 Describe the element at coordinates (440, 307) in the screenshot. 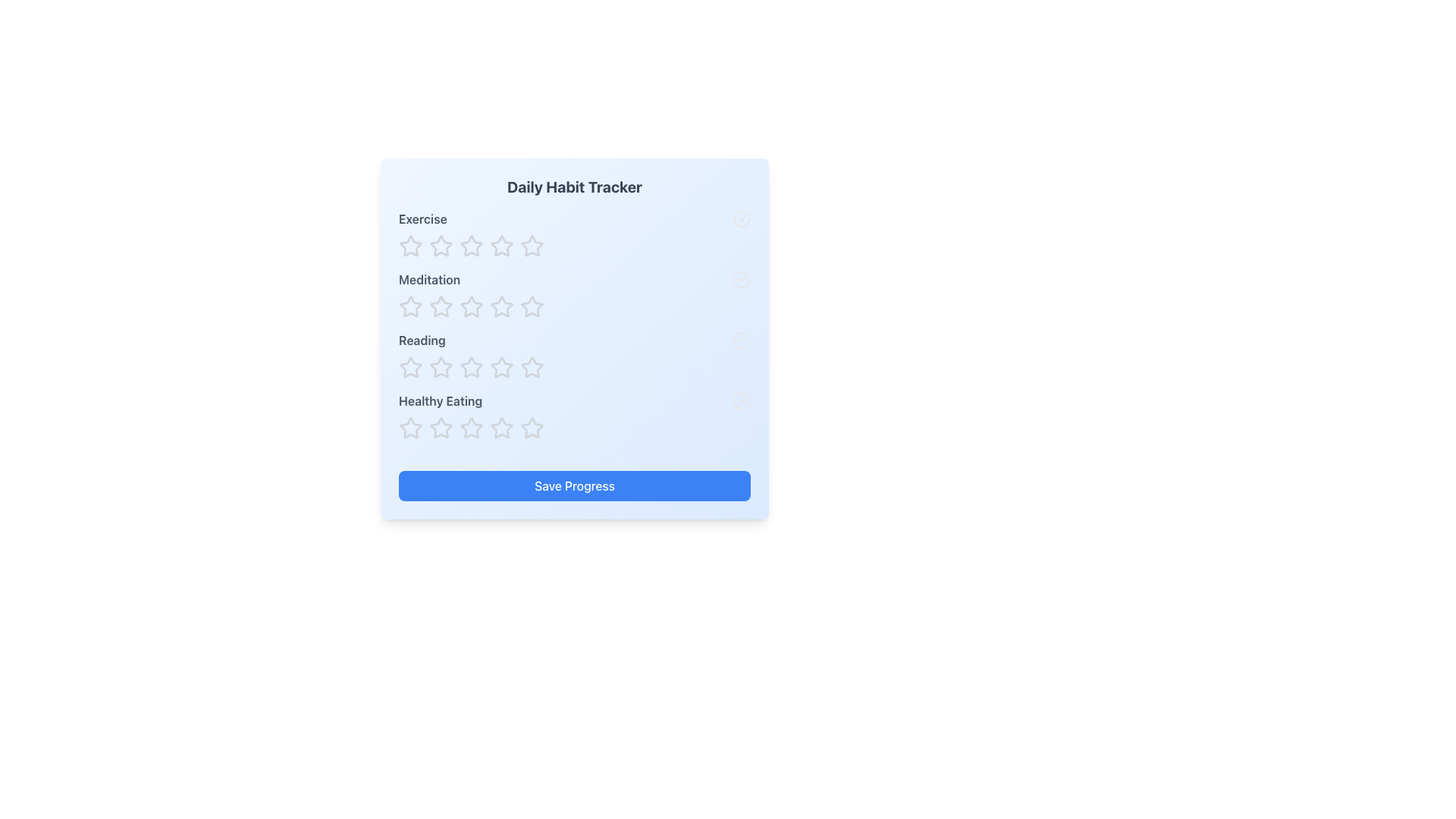

I see `the star icon button, which is the third in the row of five for rating in the 'Meditation' category` at that location.